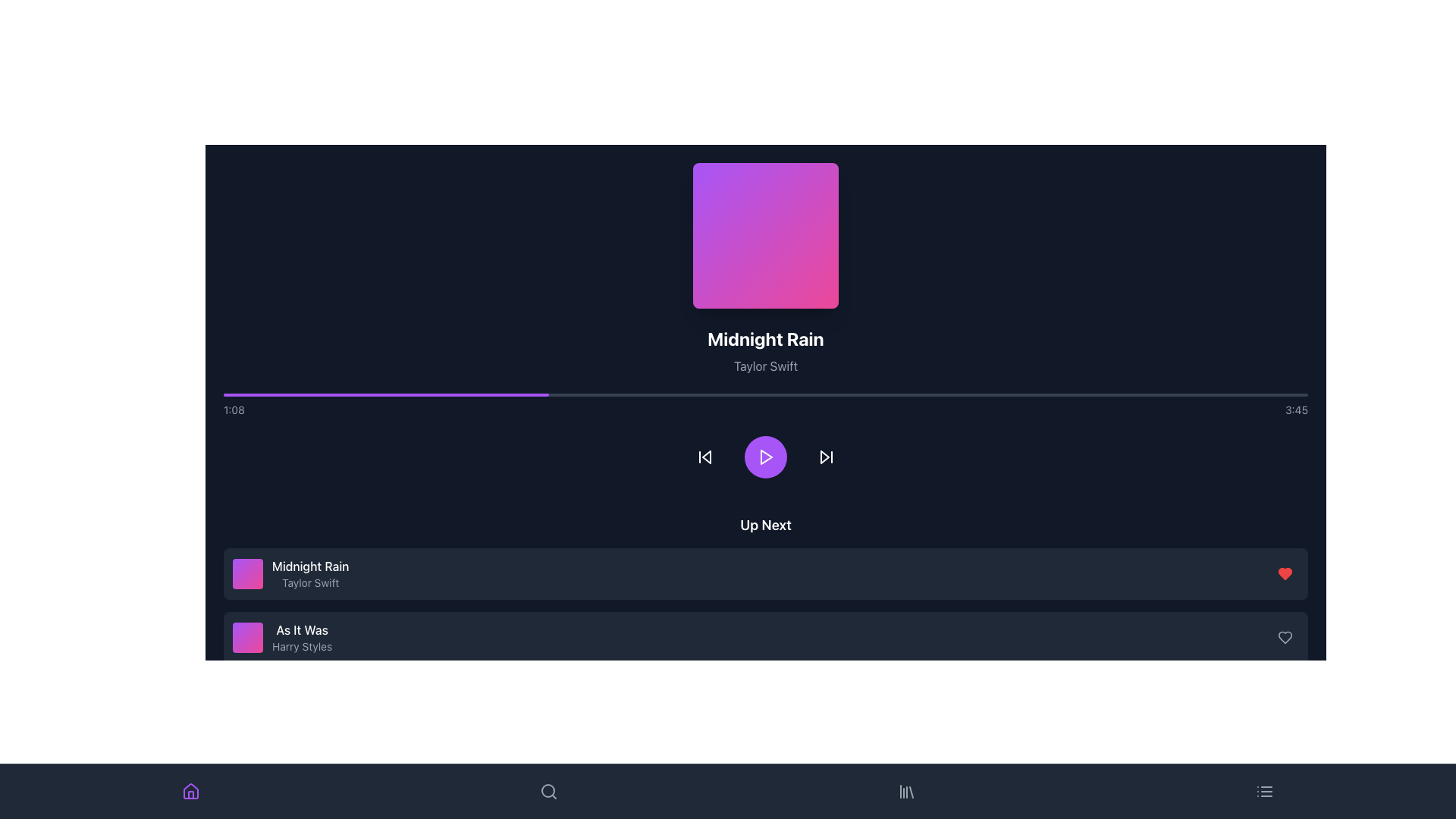 The image size is (1456, 819). What do you see at coordinates (765, 765) in the screenshot?
I see `the search button located in the bottom navigation bar, which is the second button from the left` at bounding box center [765, 765].